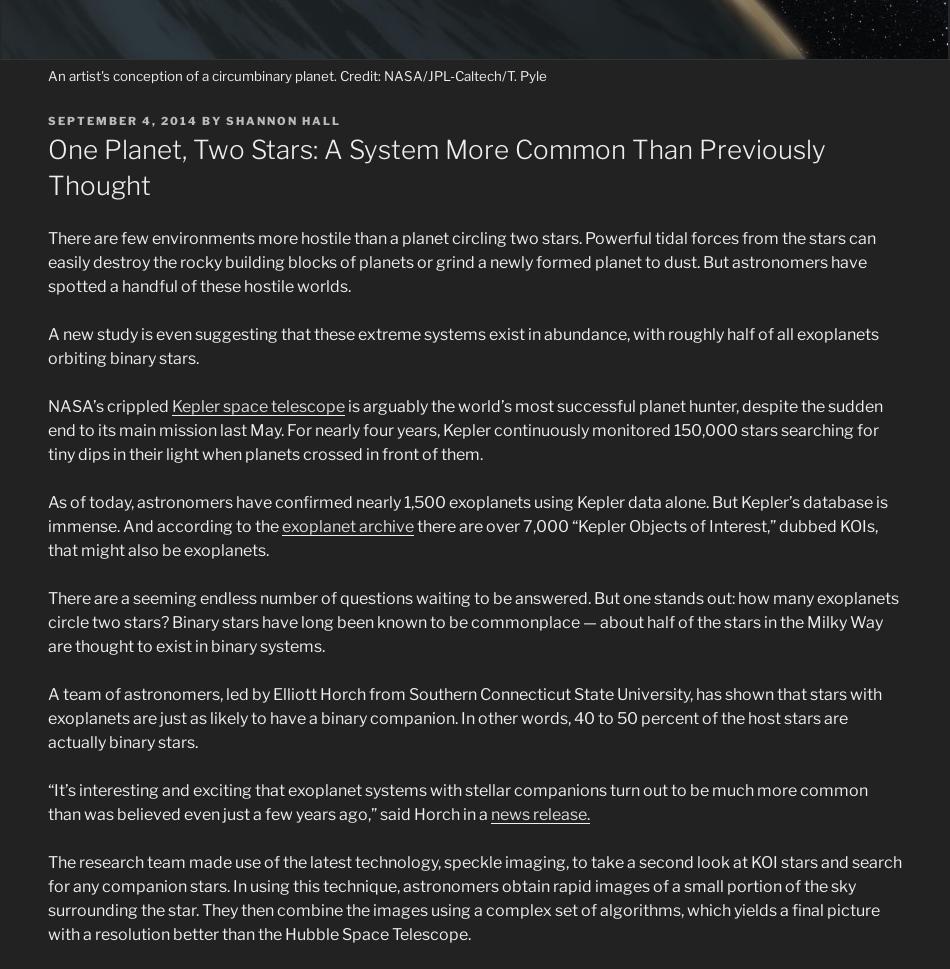  Describe the element at coordinates (282, 119) in the screenshot. I see `'Shannon Hall'` at that location.